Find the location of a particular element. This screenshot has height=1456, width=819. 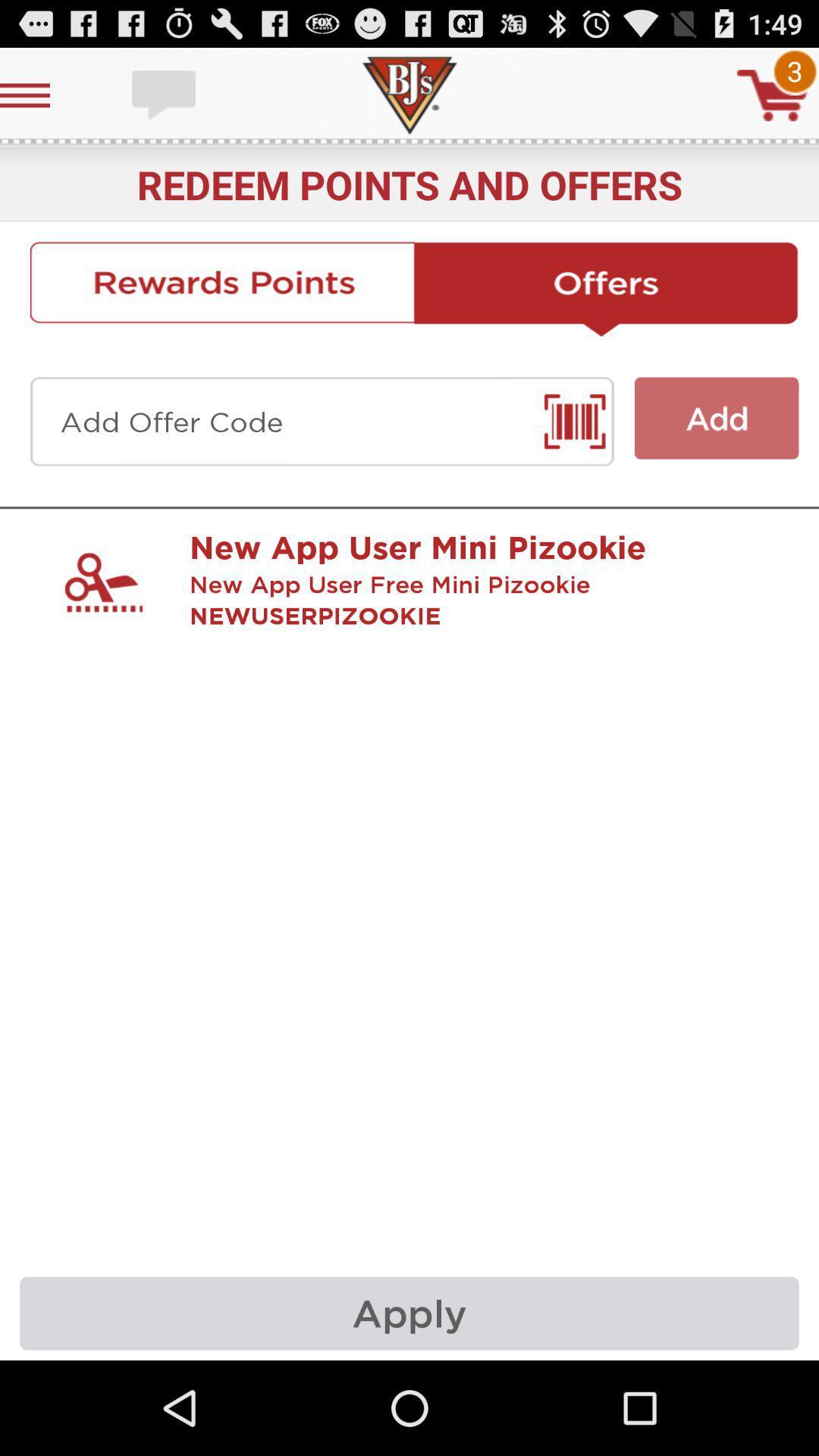

click on add button is located at coordinates (717, 418).